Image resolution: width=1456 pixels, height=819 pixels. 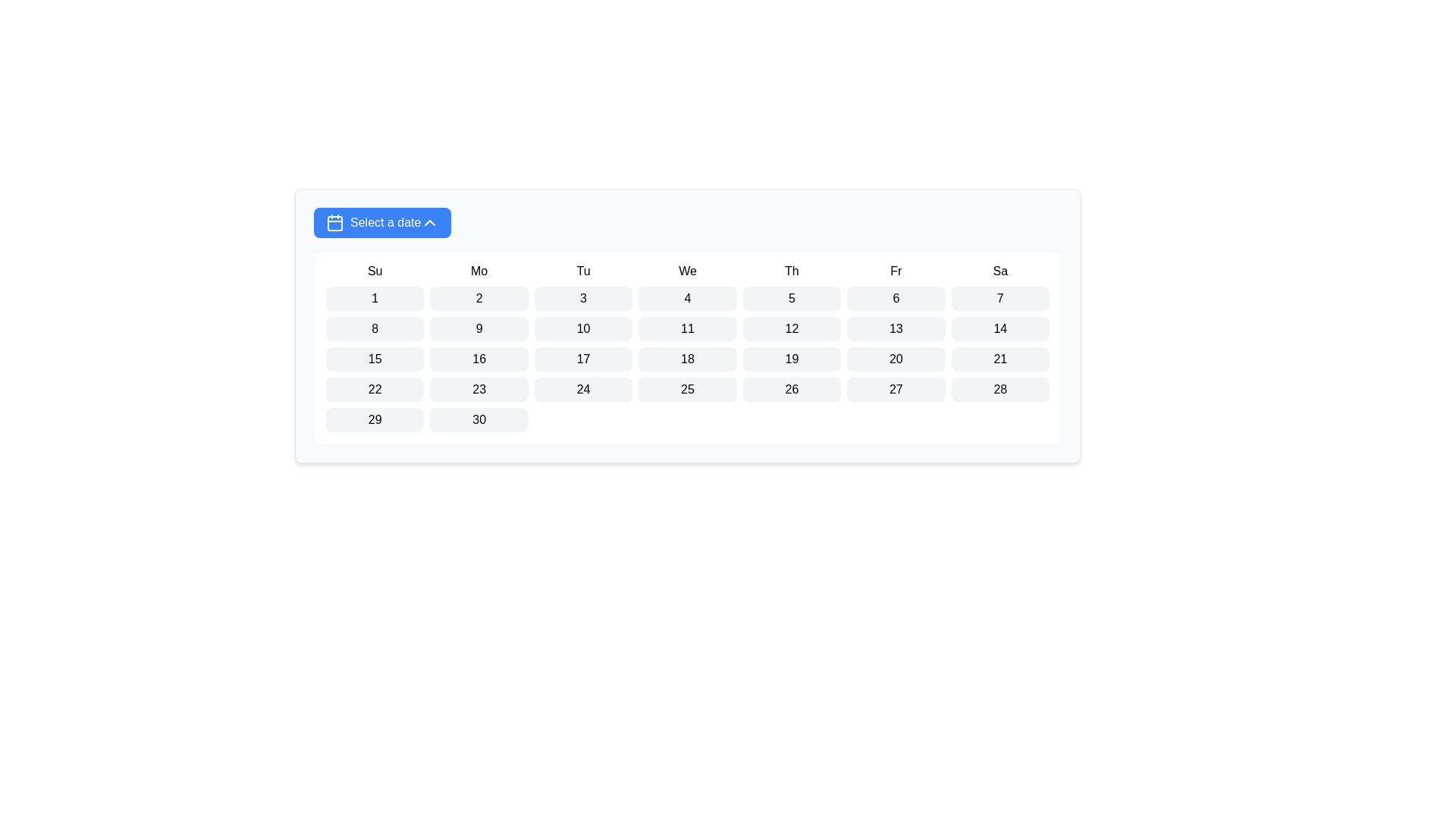 What do you see at coordinates (479, 328) in the screenshot?
I see `the rectangular button with rounded corners displaying the number '9'` at bounding box center [479, 328].